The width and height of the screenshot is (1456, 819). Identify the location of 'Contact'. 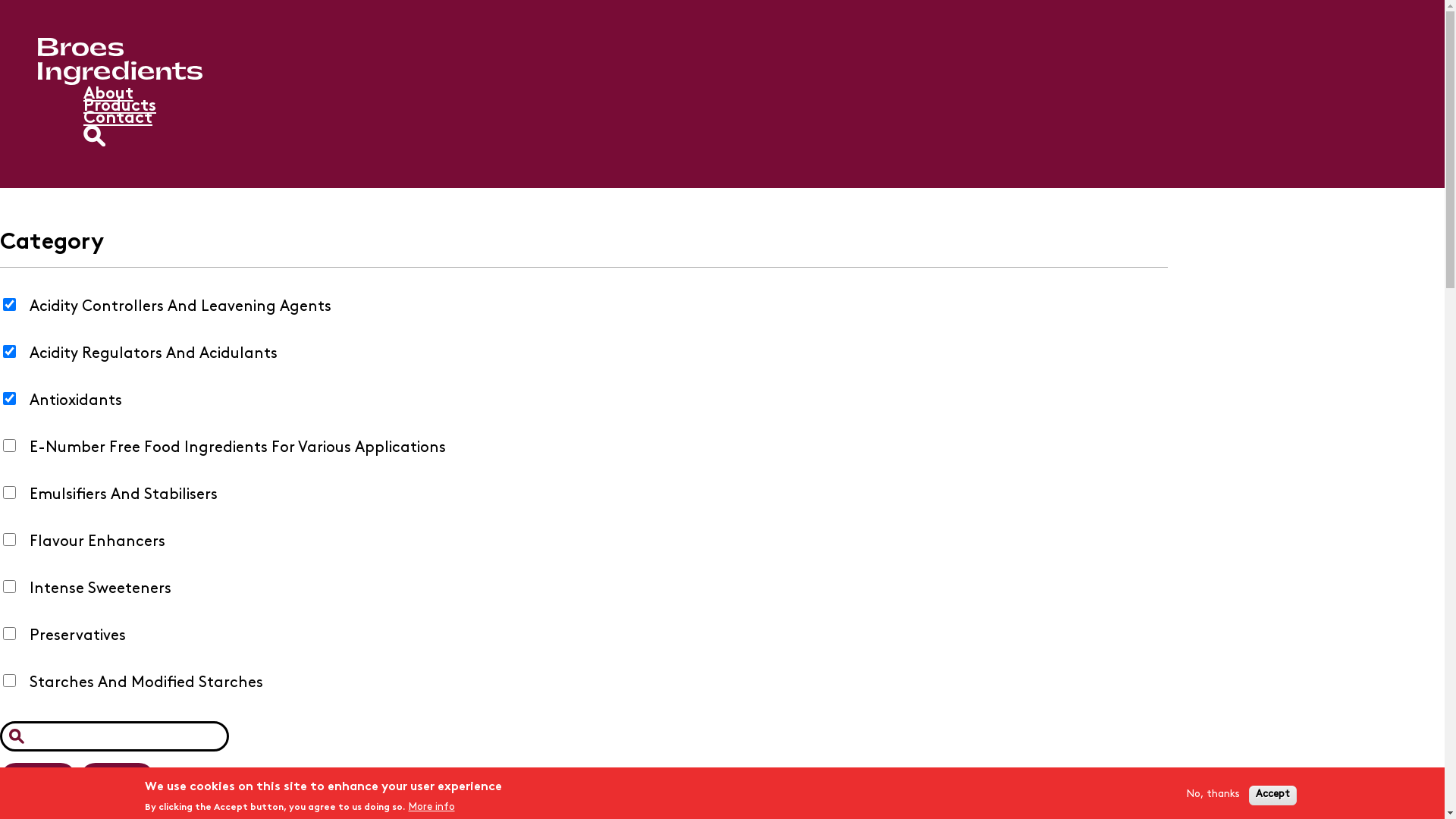
(117, 118).